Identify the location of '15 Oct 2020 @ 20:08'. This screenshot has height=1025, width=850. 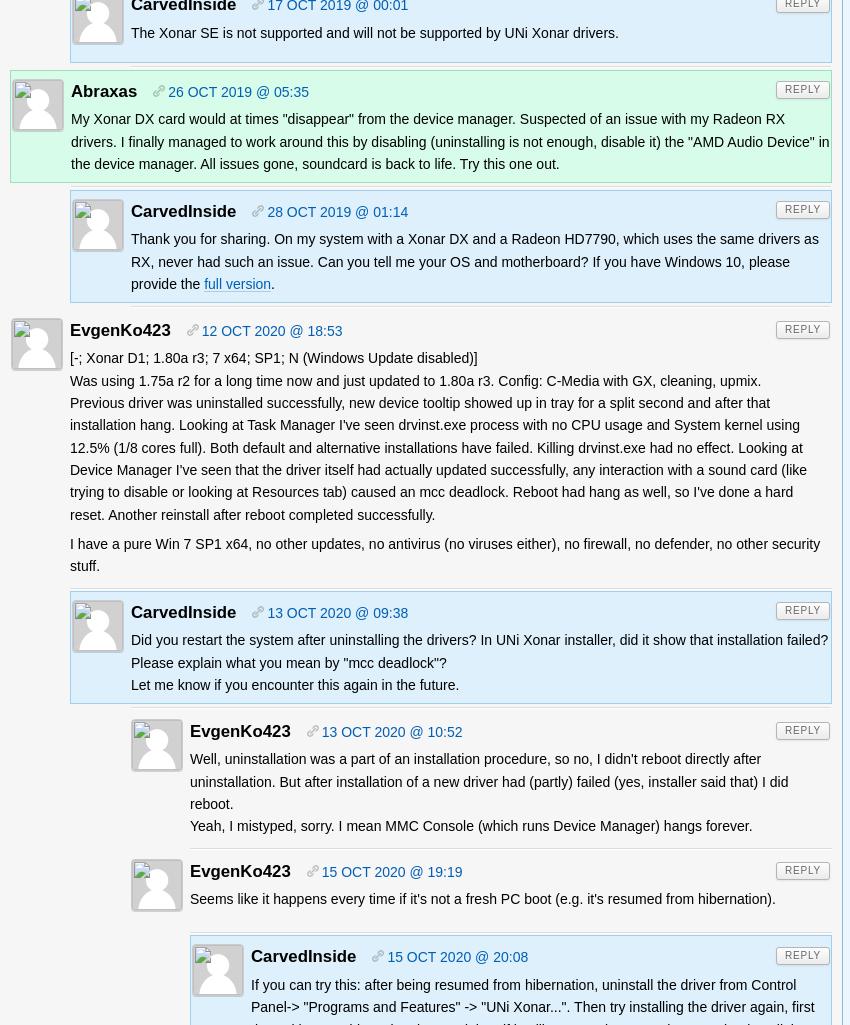
(456, 957).